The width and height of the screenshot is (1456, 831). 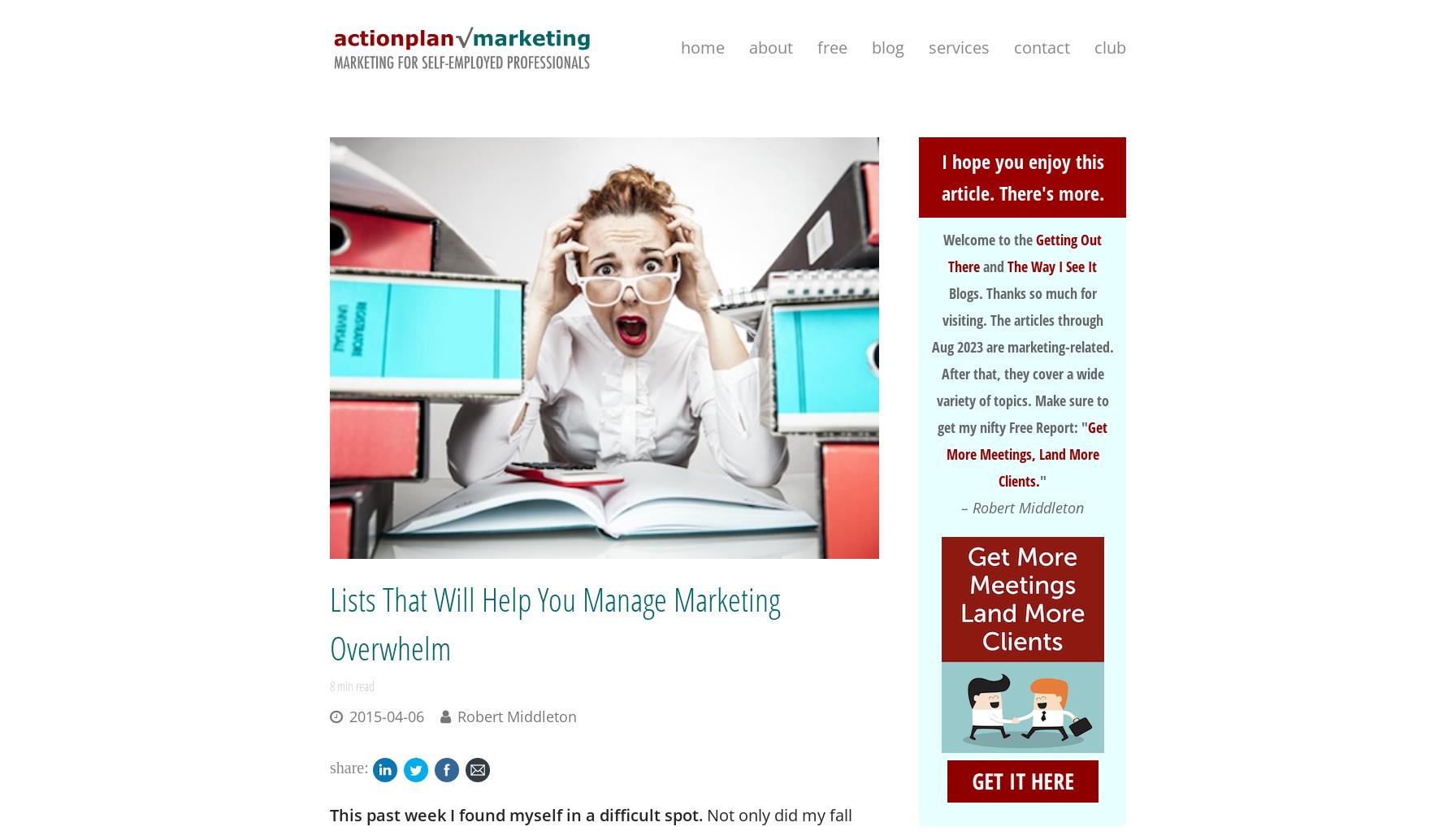 What do you see at coordinates (517, 716) in the screenshot?
I see `'Robert Middleton'` at bounding box center [517, 716].